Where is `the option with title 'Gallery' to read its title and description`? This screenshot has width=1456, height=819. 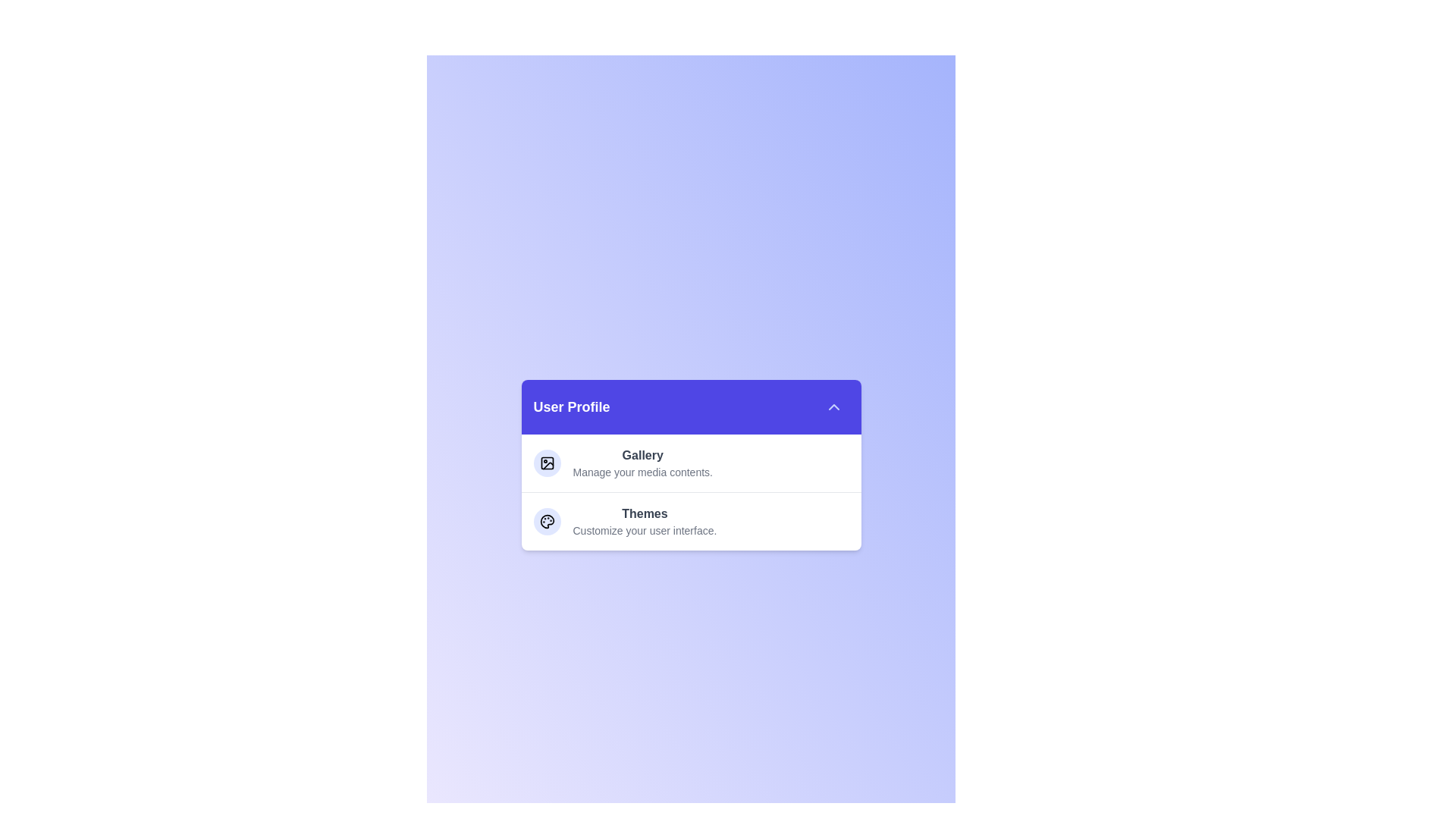
the option with title 'Gallery' to read its title and description is located at coordinates (690, 462).